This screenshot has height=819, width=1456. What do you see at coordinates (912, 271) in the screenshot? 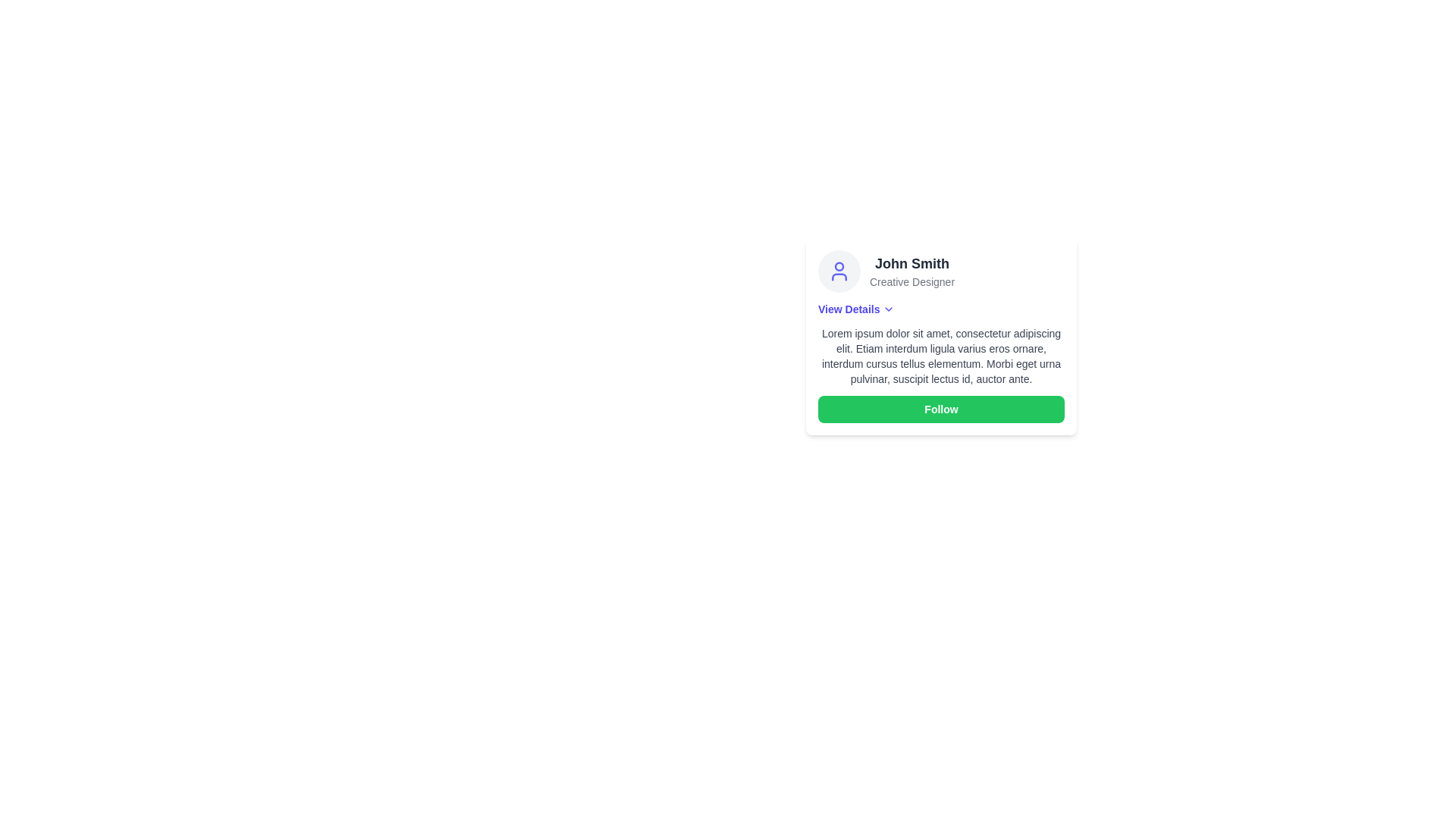
I see `the text block displaying 'John Smith' and 'Creative Designer' within the profile card, which is located to the right of the circular avatar icon and above the 'View Details' link` at bounding box center [912, 271].